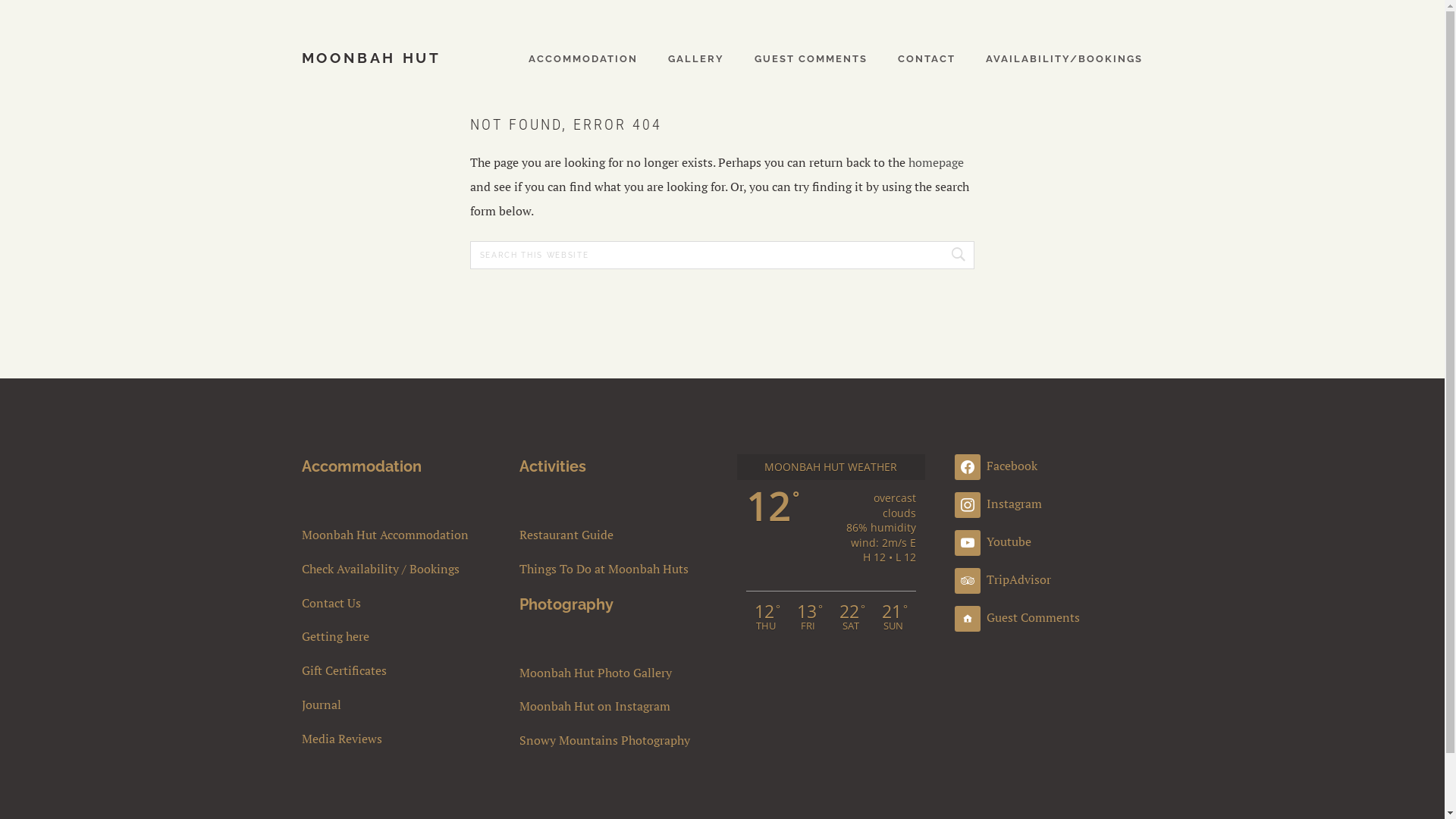  I want to click on 'Moonbah Hut Photo Gallery', so click(613, 672).